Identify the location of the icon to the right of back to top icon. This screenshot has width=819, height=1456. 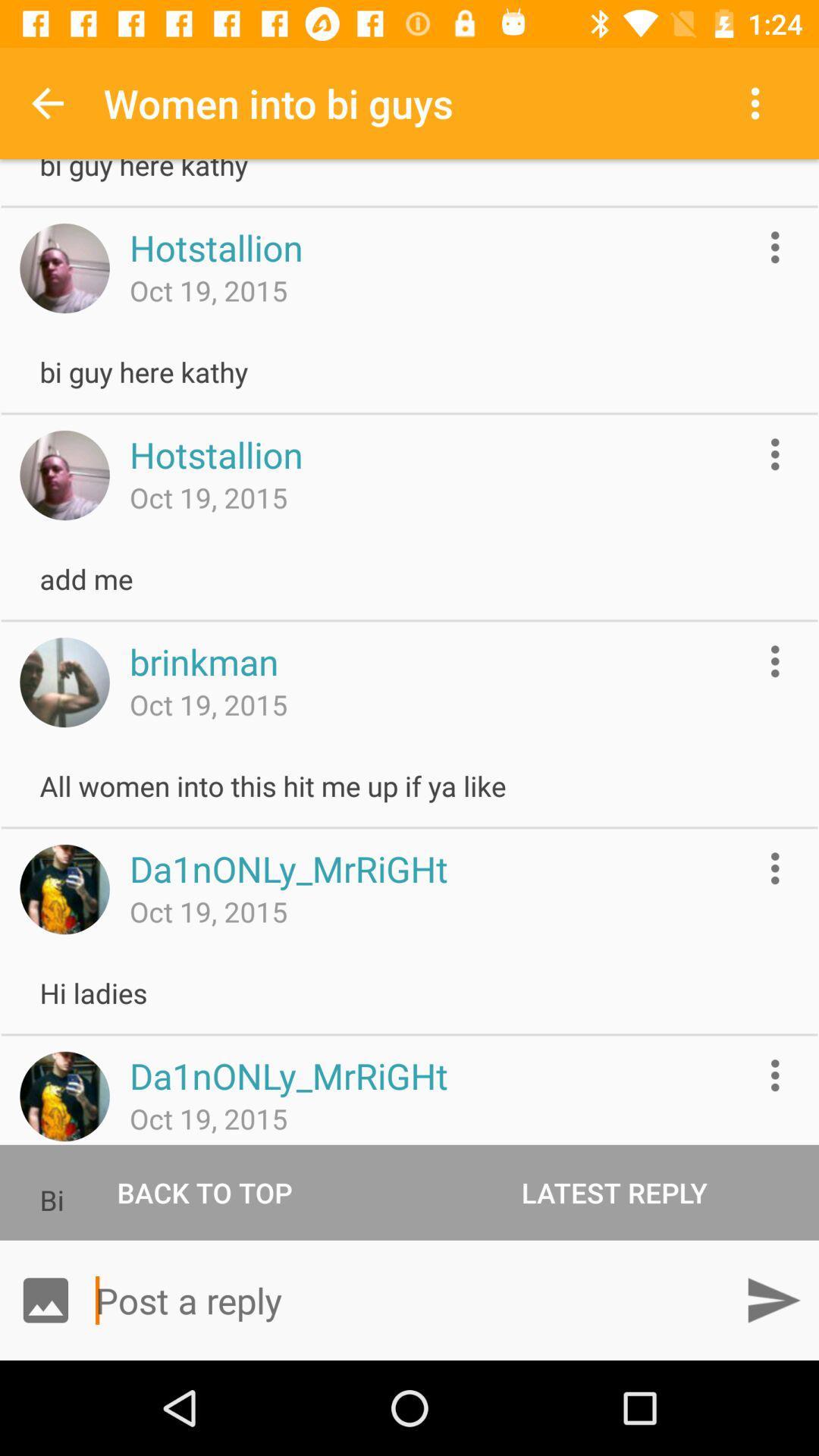
(614, 1191).